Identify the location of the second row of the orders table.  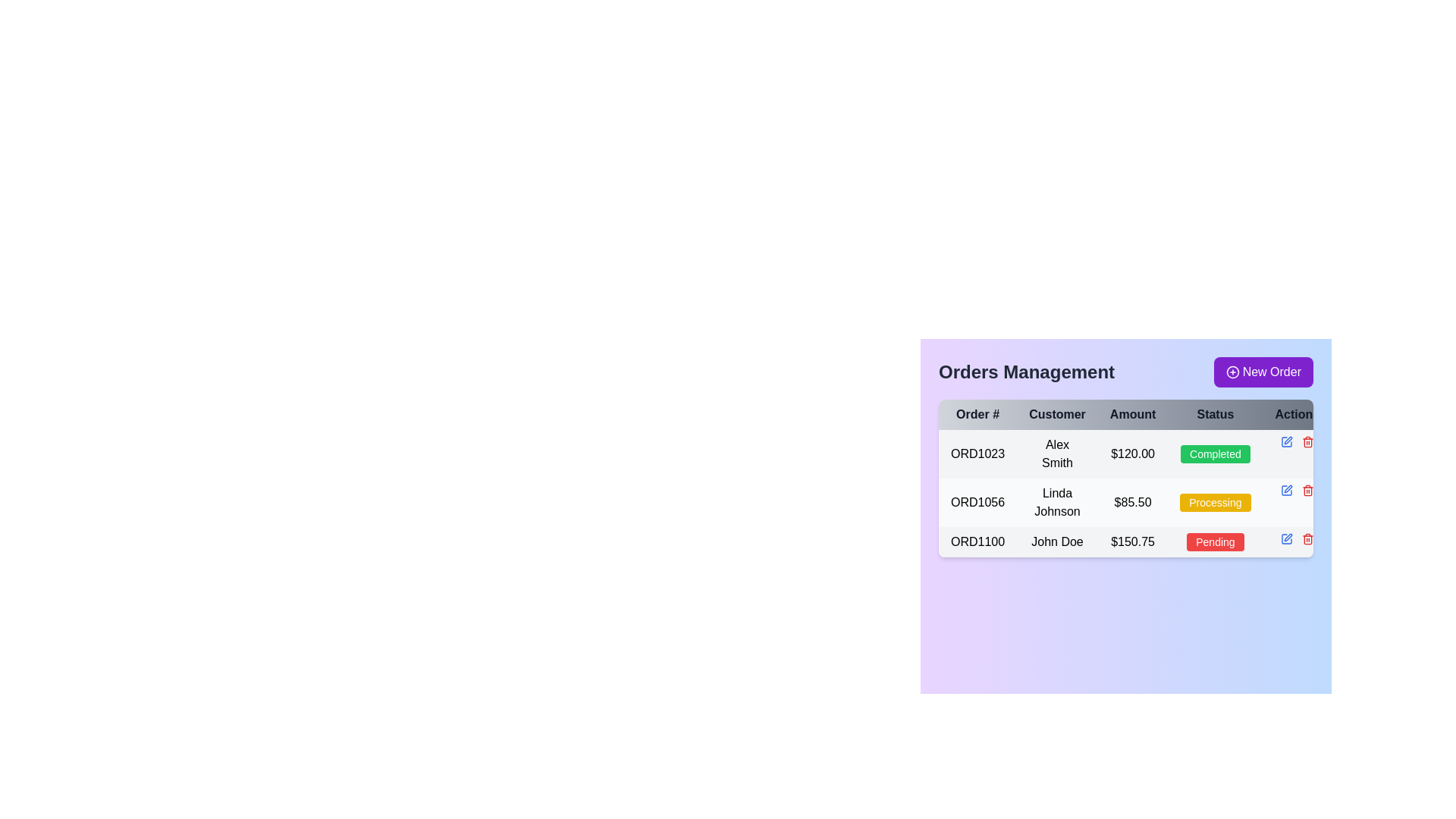
(1135, 503).